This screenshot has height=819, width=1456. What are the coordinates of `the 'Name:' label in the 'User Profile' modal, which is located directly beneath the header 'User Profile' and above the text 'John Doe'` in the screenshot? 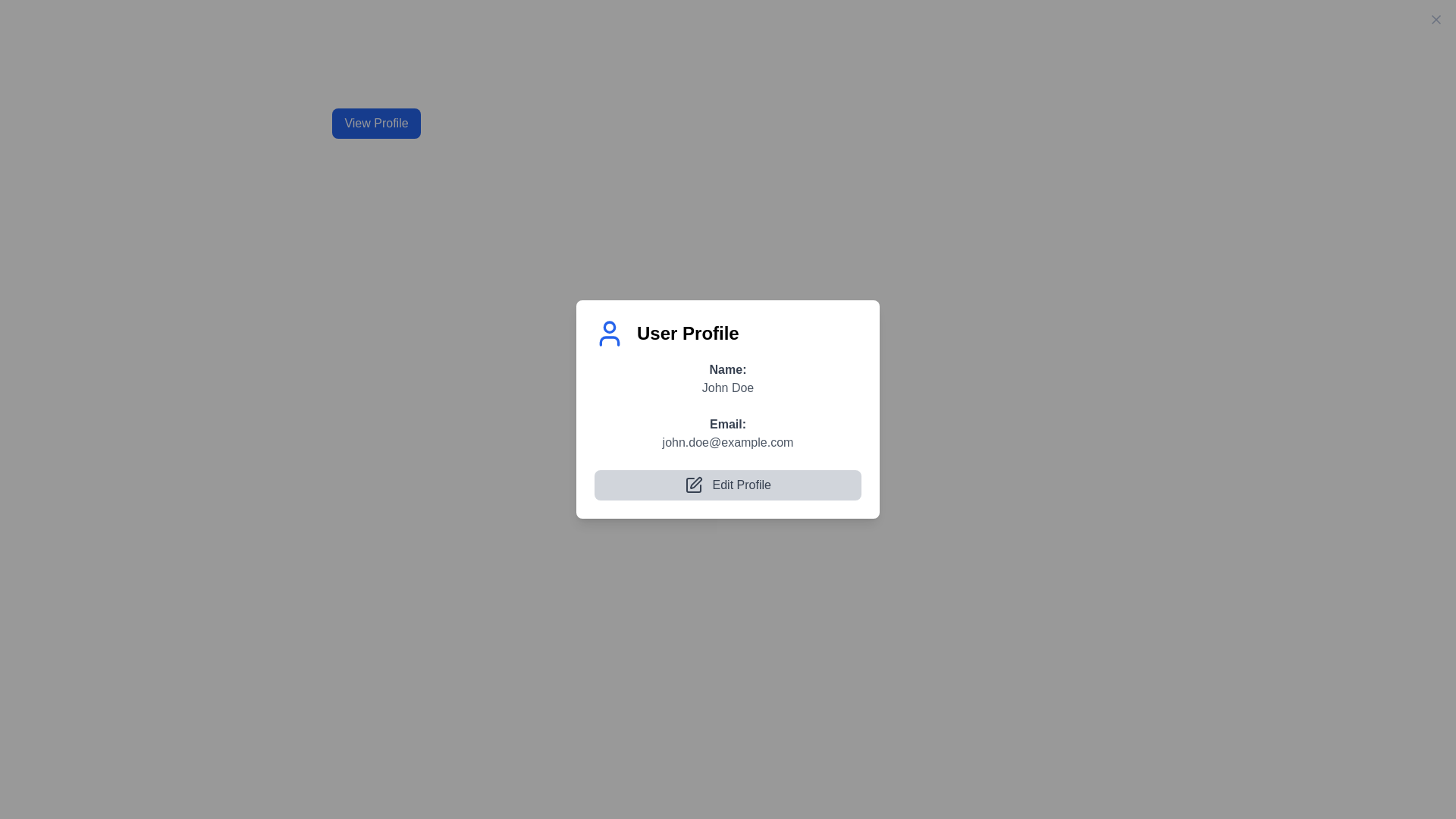 It's located at (728, 369).